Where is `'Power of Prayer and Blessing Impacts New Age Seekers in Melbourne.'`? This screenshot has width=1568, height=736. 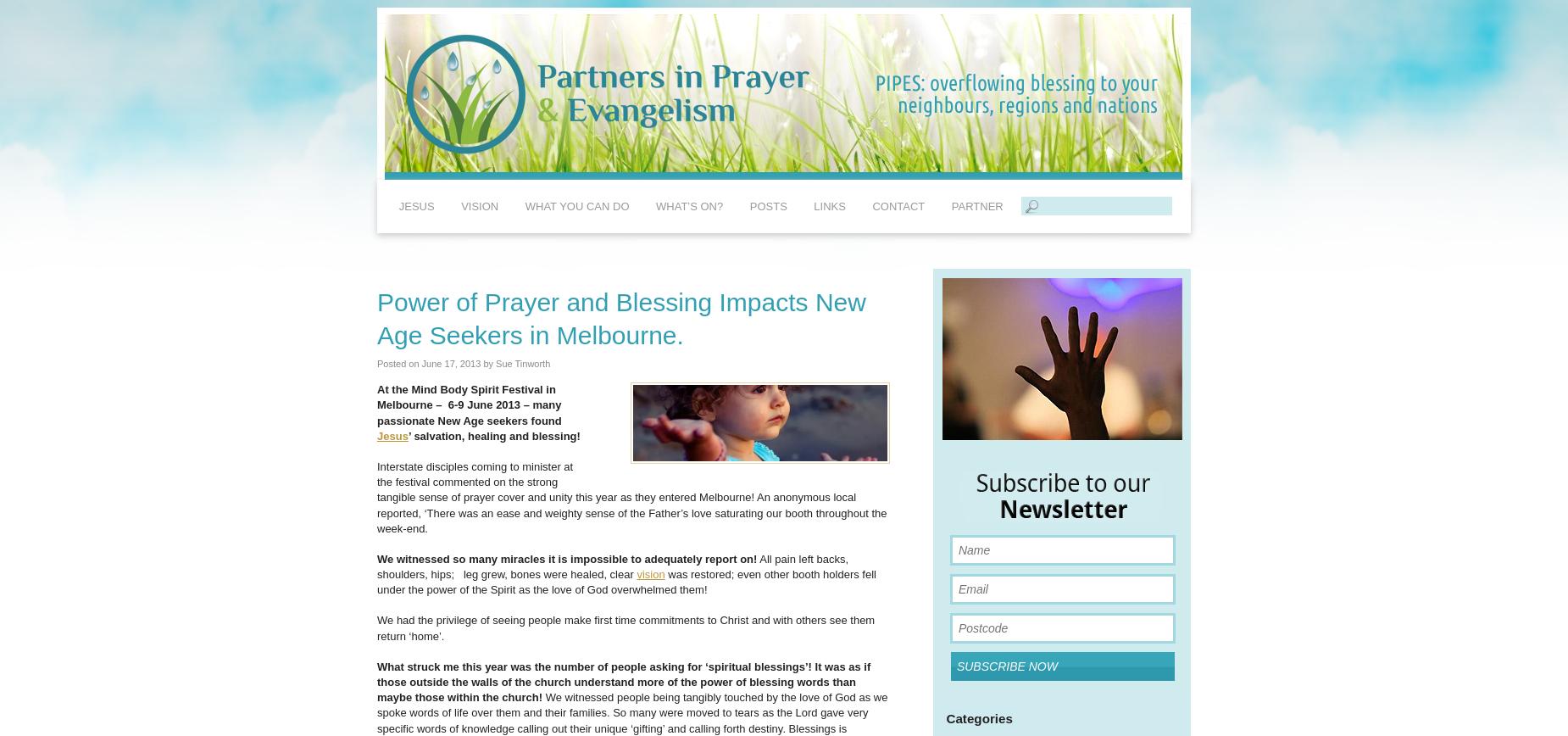 'Power of Prayer and Blessing Impacts New Age Seekers in Melbourne.' is located at coordinates (375, 319).